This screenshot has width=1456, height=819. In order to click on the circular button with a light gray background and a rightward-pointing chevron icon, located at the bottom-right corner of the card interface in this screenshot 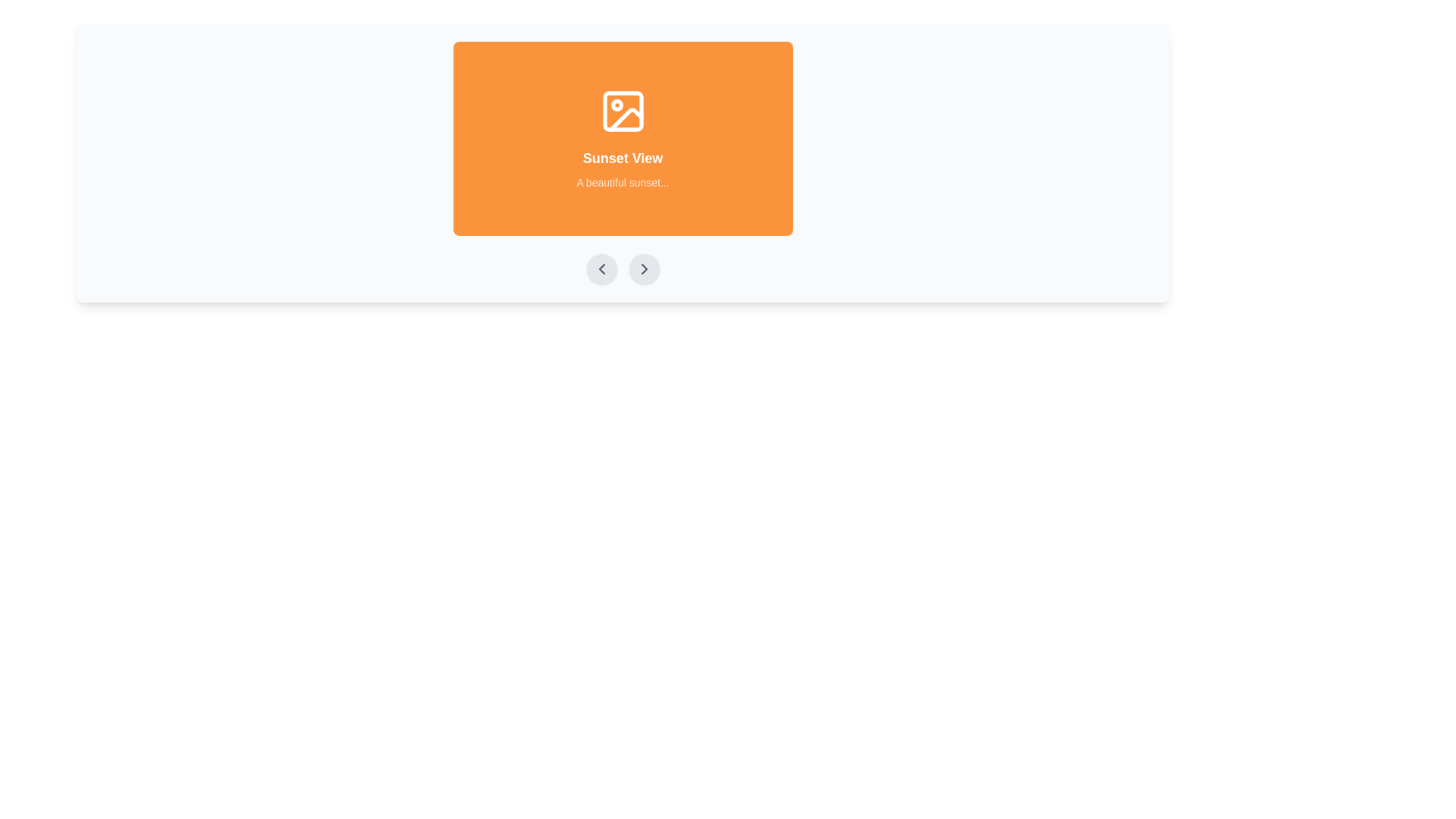, I will do `click(644, 268)`.